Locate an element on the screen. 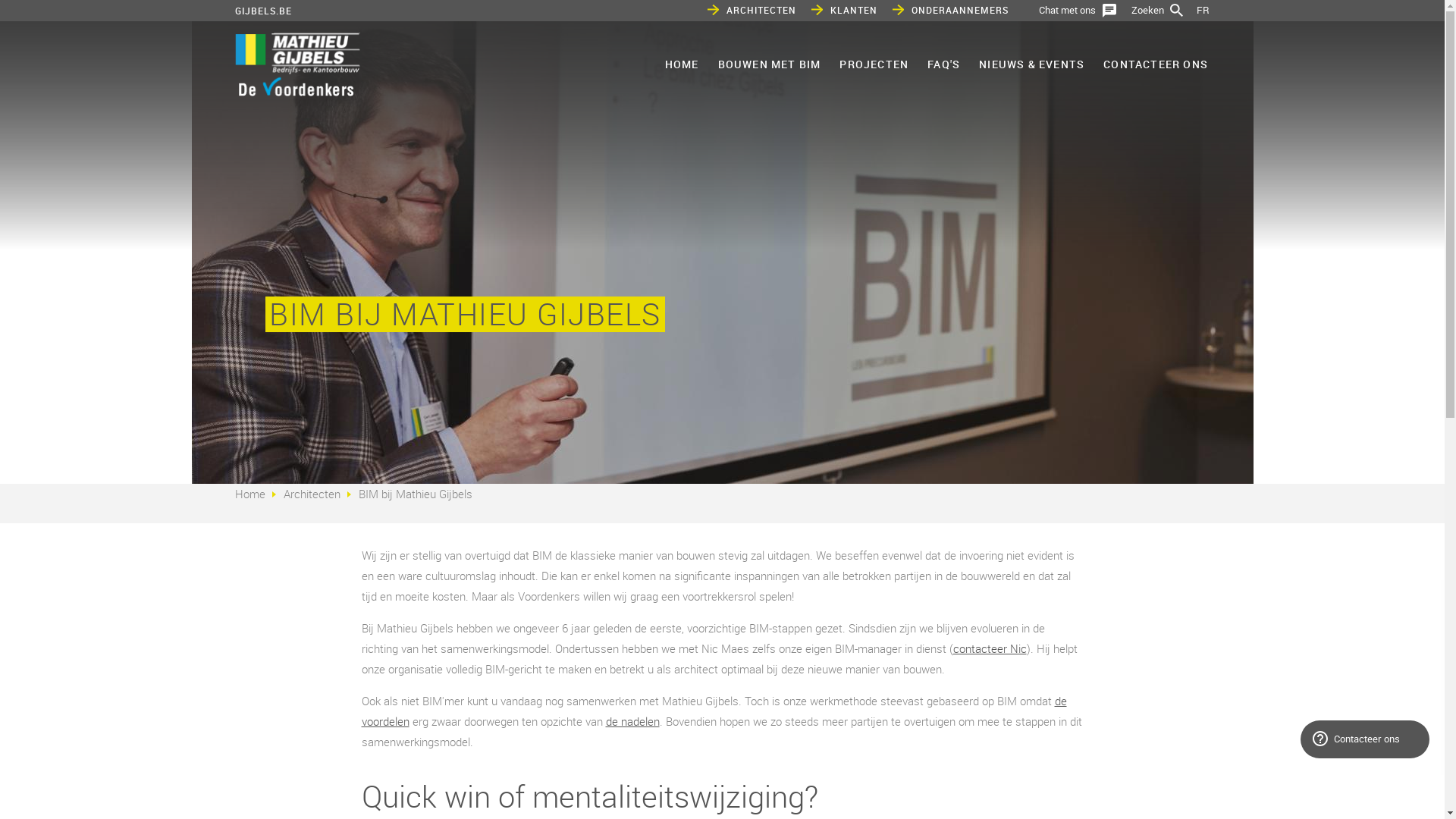  'PROJECTEN' is located at coordinates (873, 63).